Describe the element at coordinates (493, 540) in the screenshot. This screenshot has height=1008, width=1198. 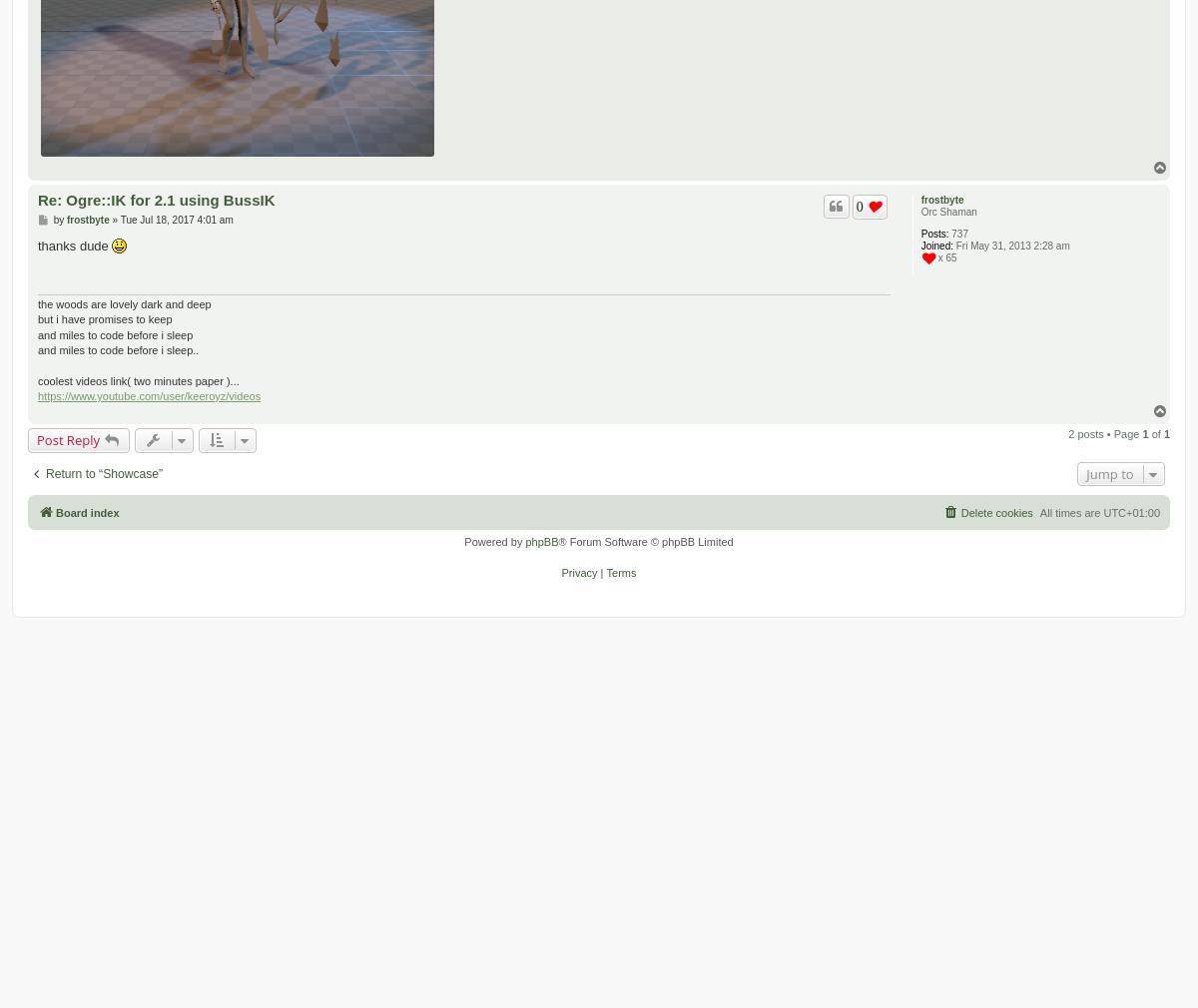
I see `'Powered by'` at that location.